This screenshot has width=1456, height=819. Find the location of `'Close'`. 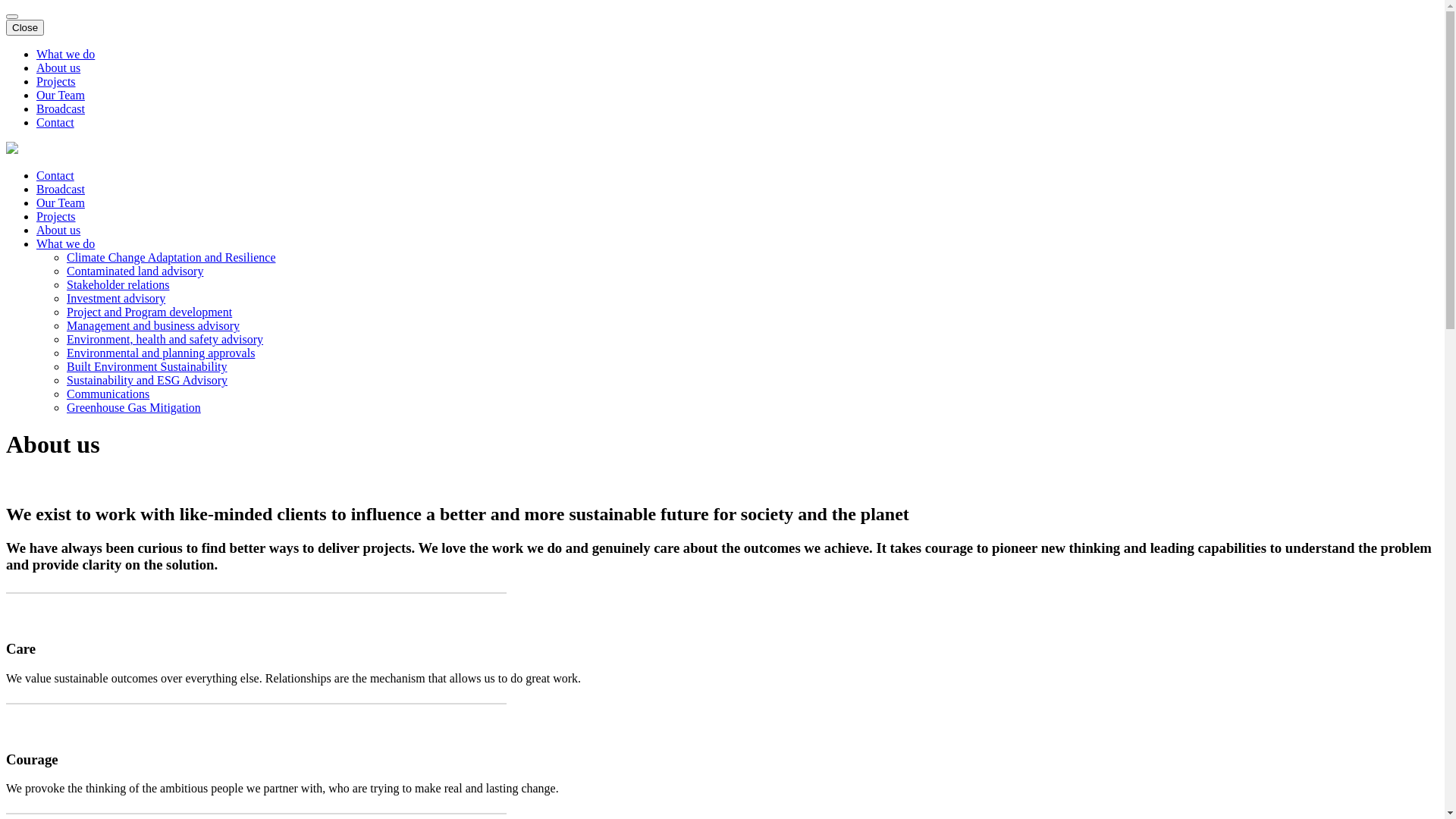

'Close' is located at coordinates (25, 27).